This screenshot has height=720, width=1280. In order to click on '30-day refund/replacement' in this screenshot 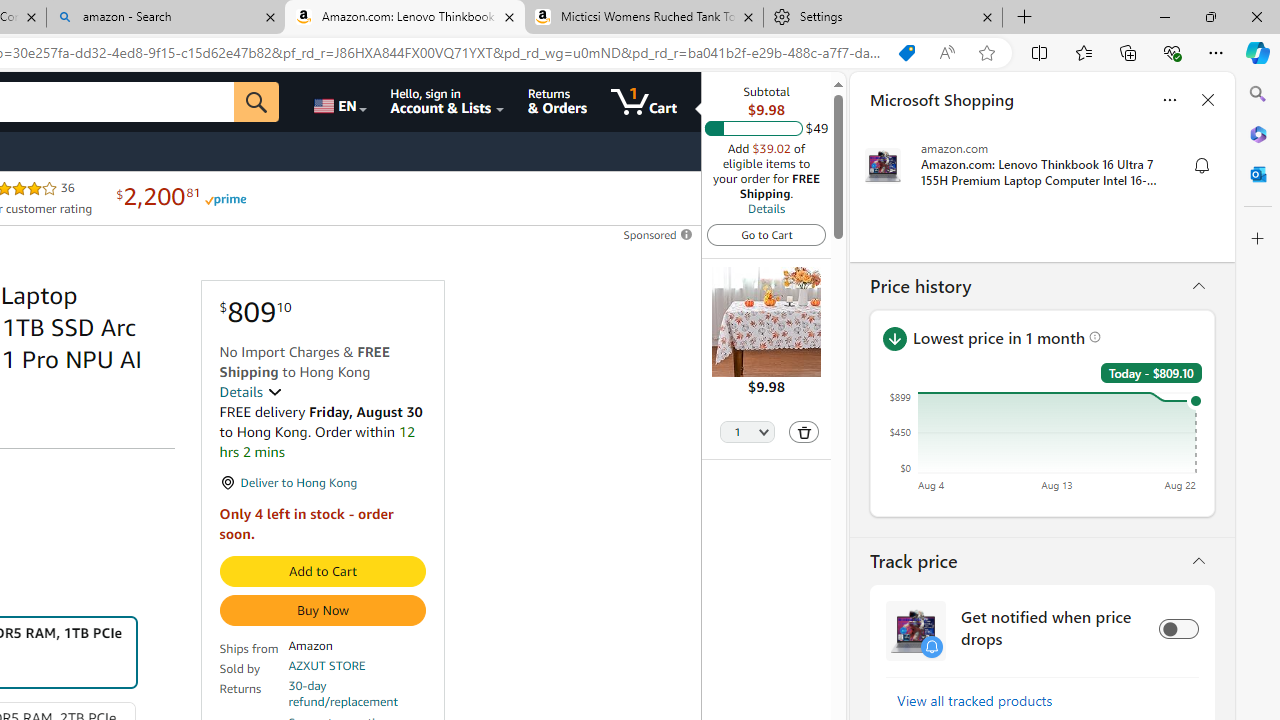, I will do `click(357, 693)`.